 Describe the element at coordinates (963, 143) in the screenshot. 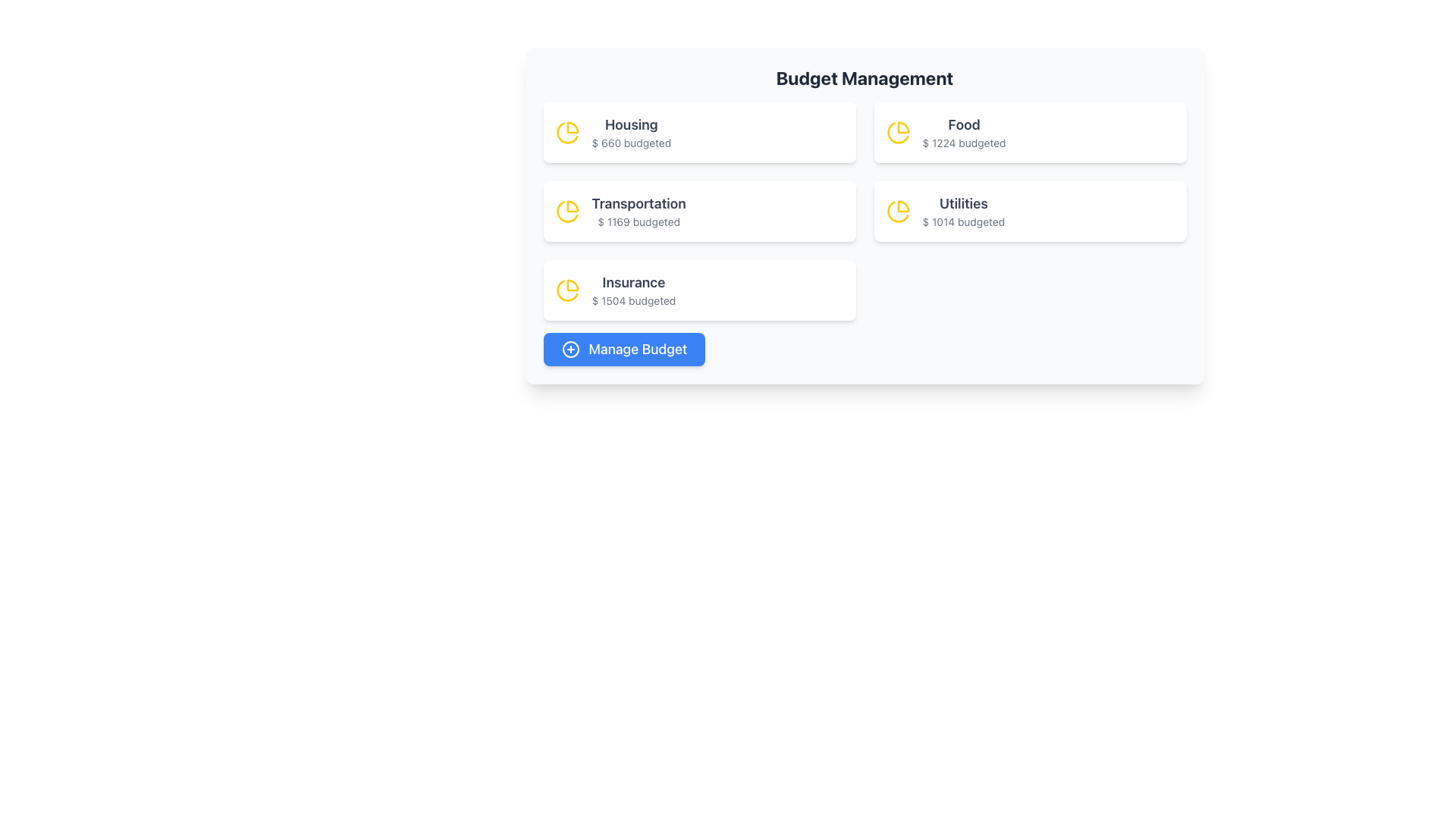

I see `information displayed in the text label showing '$ 1224 budgeted', which is positioned beneath the 'Food' label in the upper-right card layout` at that location.